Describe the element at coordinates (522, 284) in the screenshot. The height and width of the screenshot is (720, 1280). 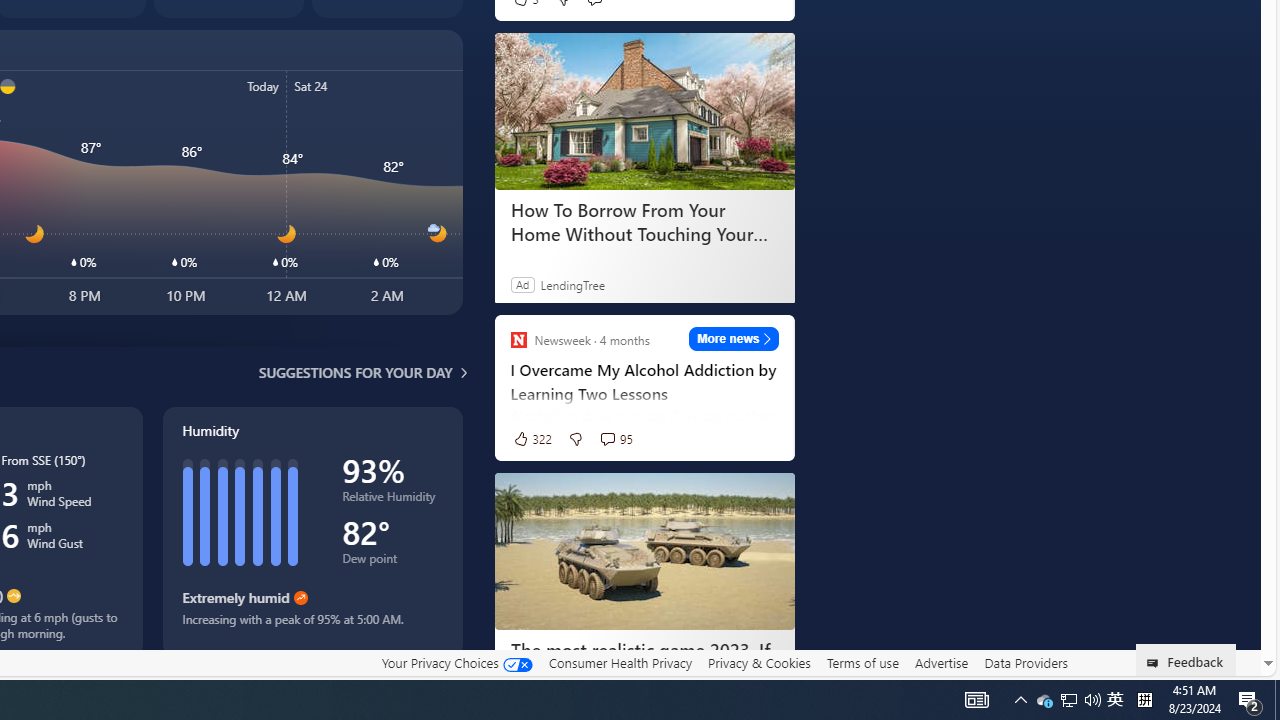
I see `'Ad'` at that location.